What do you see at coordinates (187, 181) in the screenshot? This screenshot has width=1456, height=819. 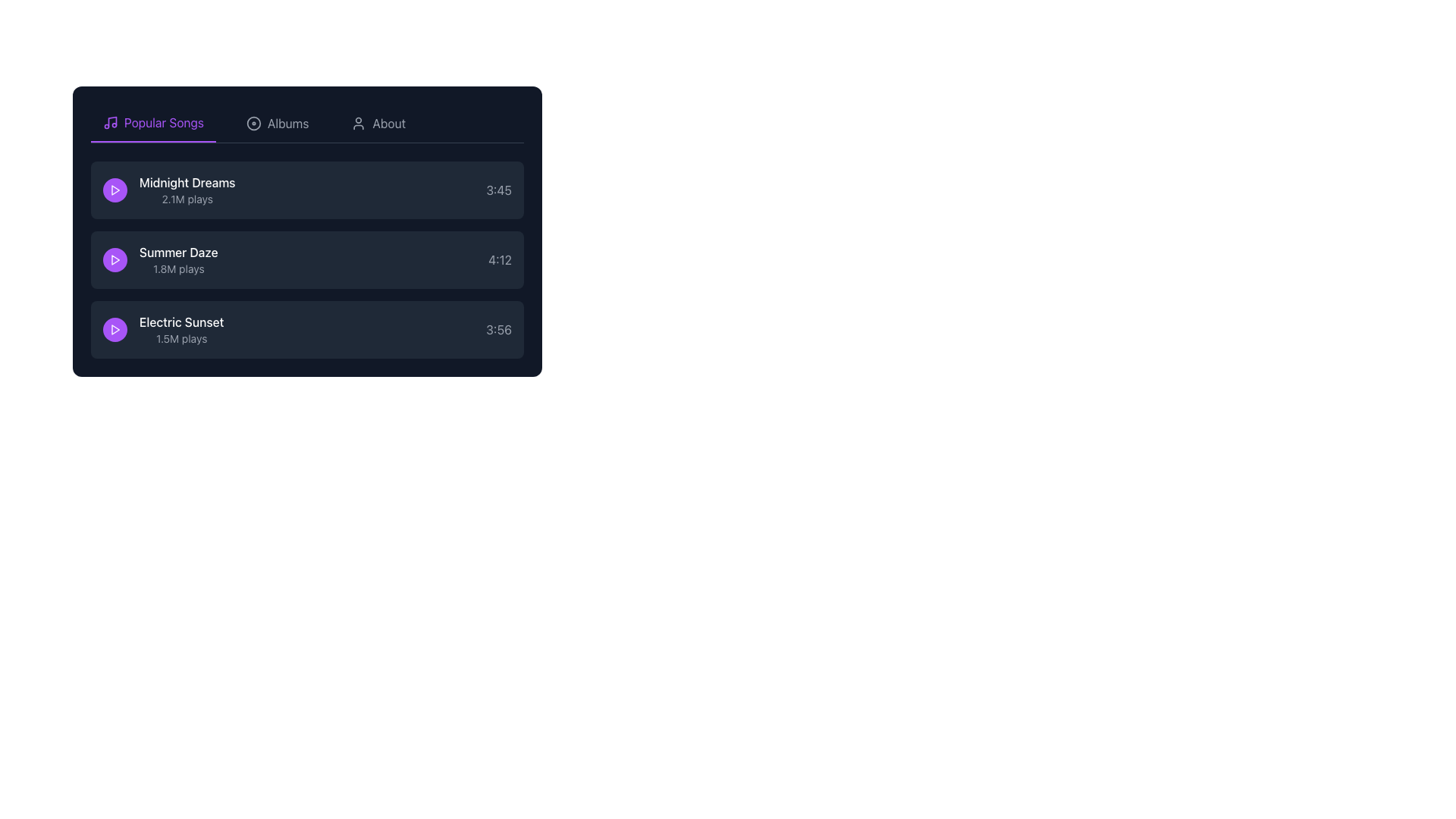 I see `text label 'Midnight Dreams', which is styled in white color against a dark background and is the leftmost component in its row, positioned above '2.1M plays' and to the right of the circular purple play icon` at bounding box center [187, 181].